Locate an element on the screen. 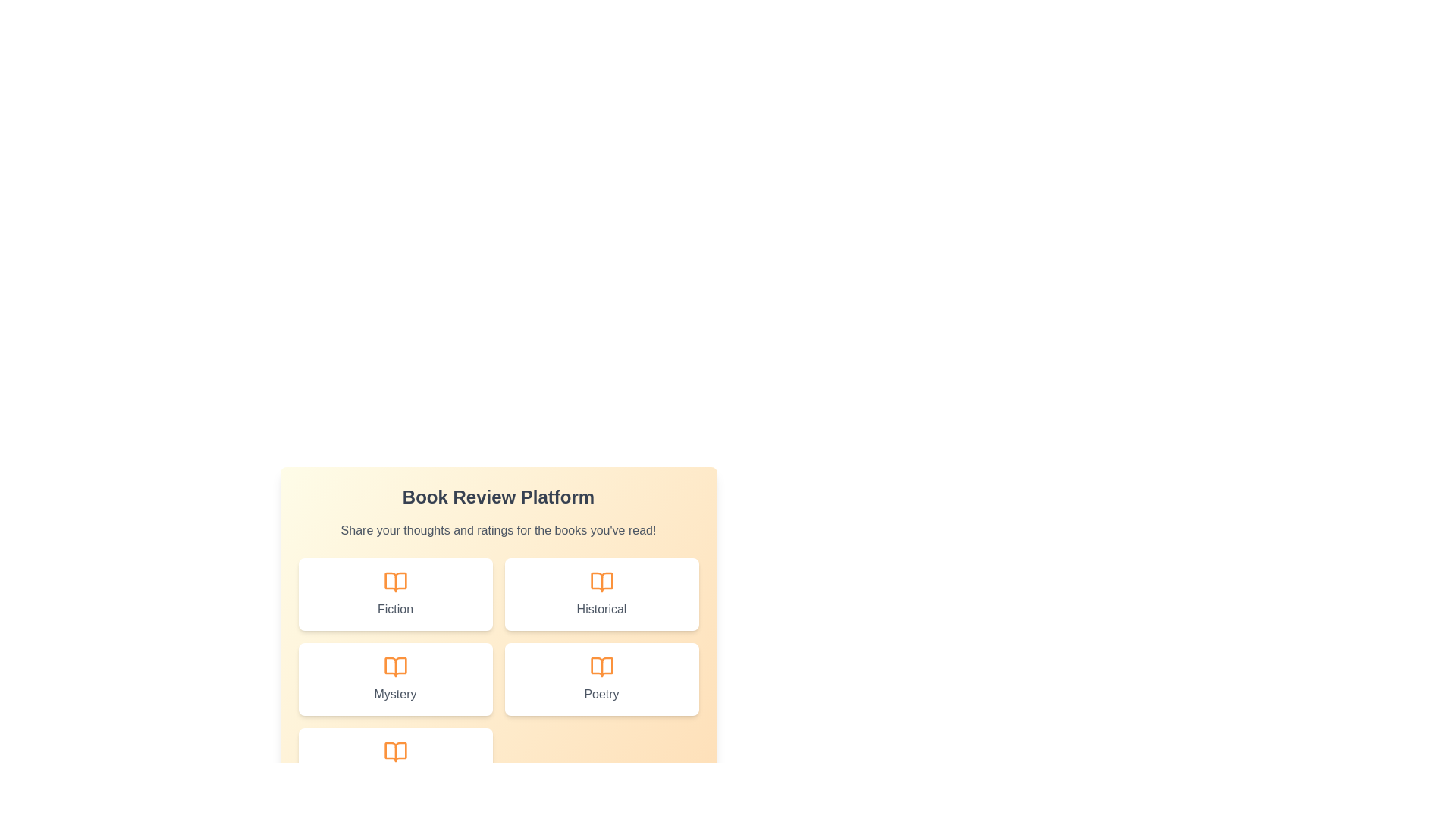 The height and width of the screenshot is (819, 1456). the title text that describes the interface as a 'Book Review Platform', located at the top of the central card layout is located at coordinates (498, 497).